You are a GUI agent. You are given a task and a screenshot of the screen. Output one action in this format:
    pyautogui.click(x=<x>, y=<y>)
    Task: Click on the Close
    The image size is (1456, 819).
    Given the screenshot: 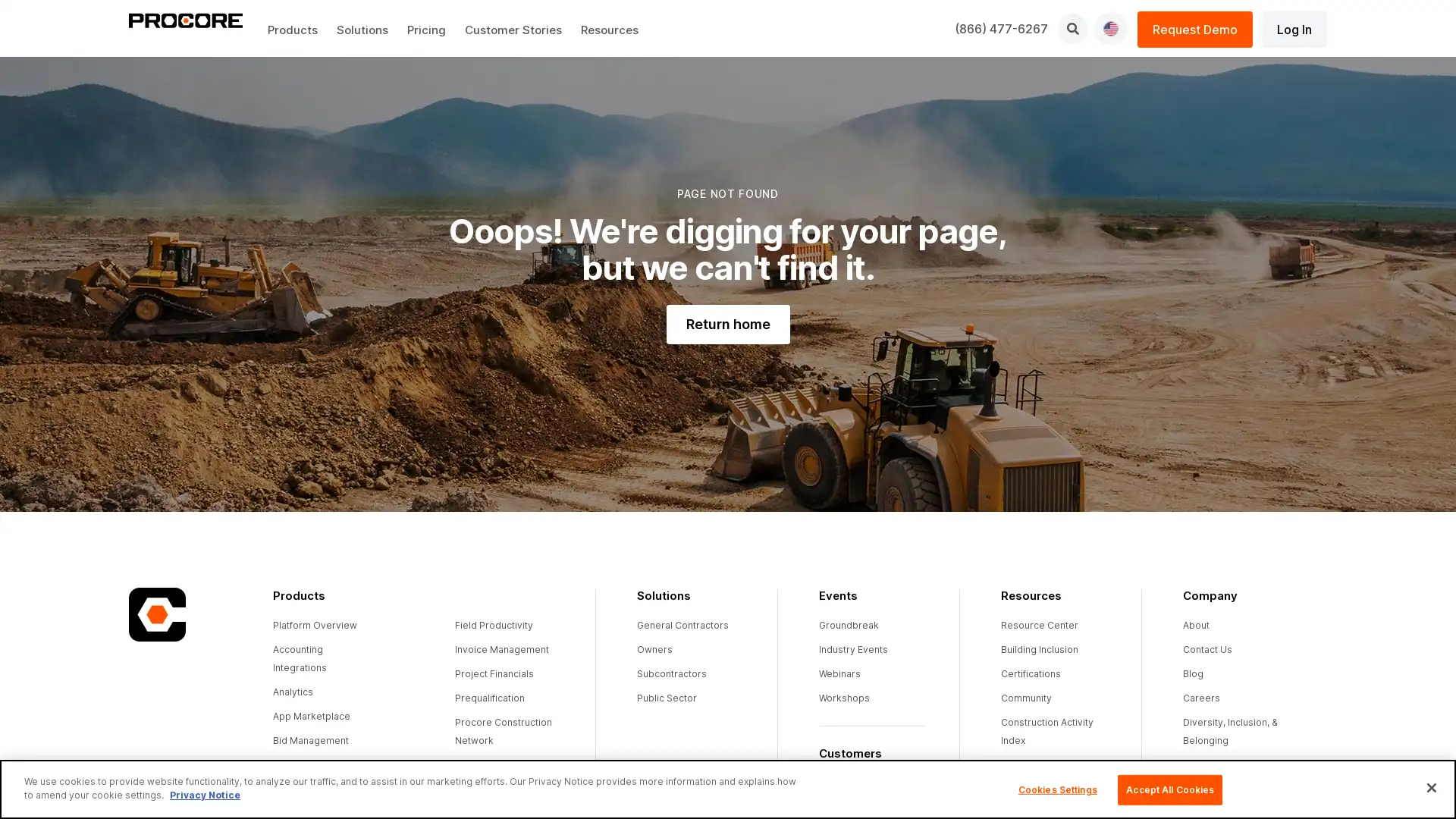 What is the action you would take?
    pyautogui.click(x=1430, y=786)
    